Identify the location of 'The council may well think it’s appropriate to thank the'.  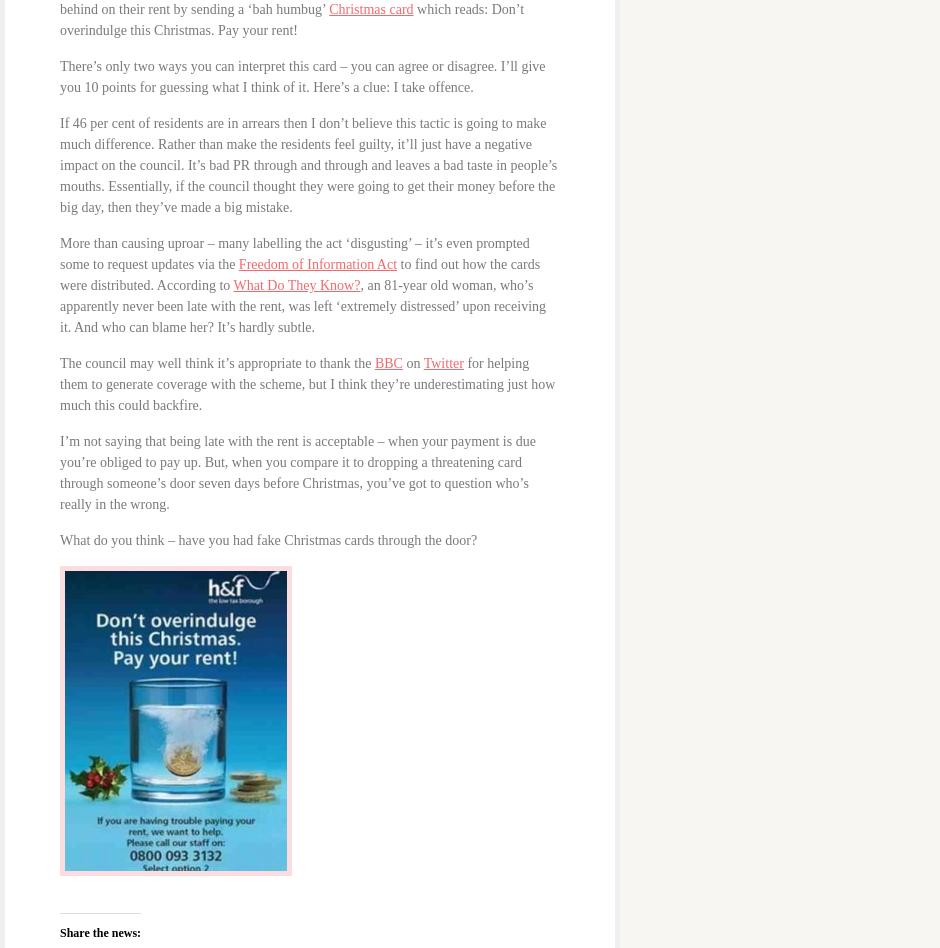
(216, 361).